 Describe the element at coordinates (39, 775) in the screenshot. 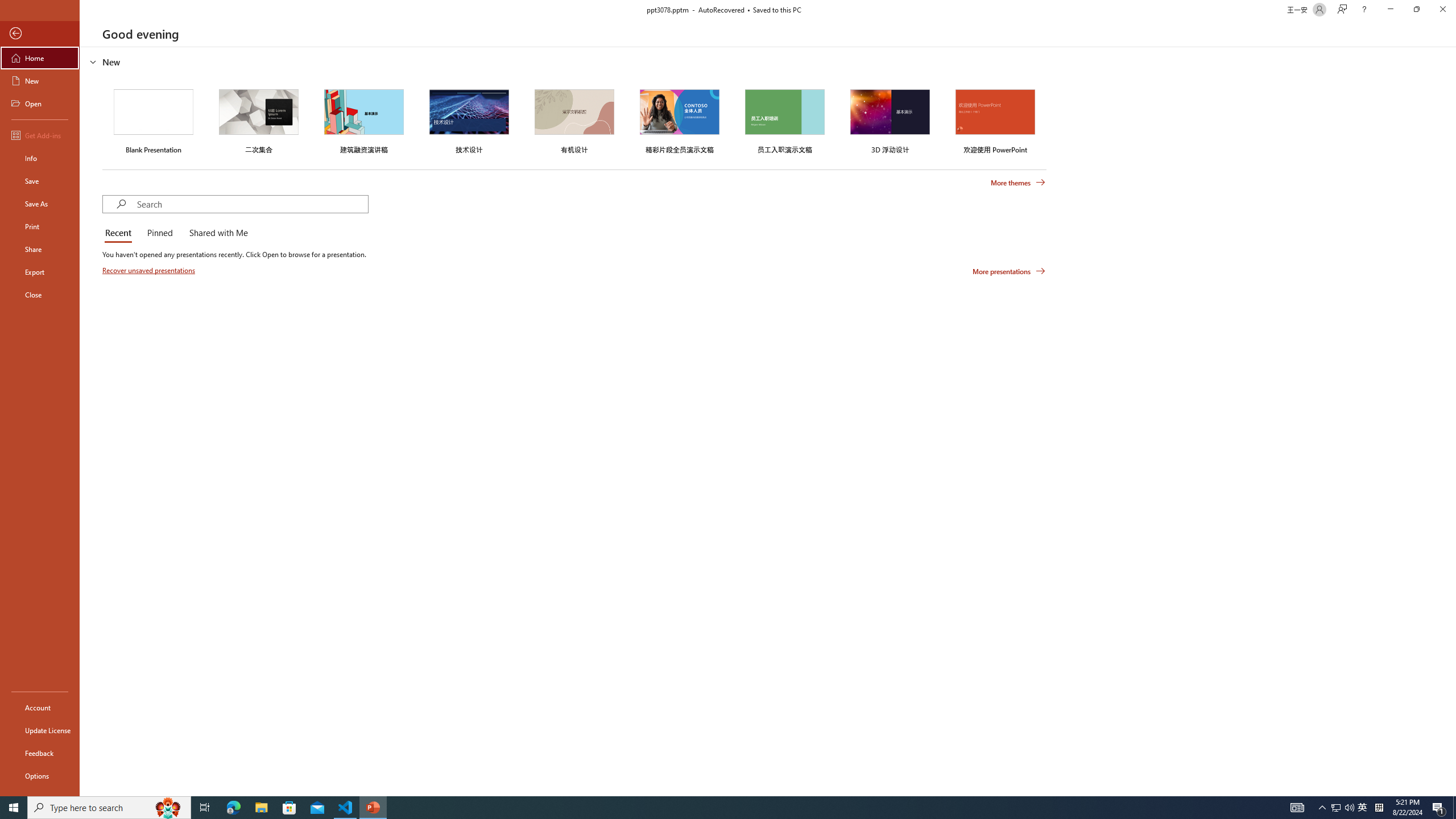

I see `'Options'` at that location.